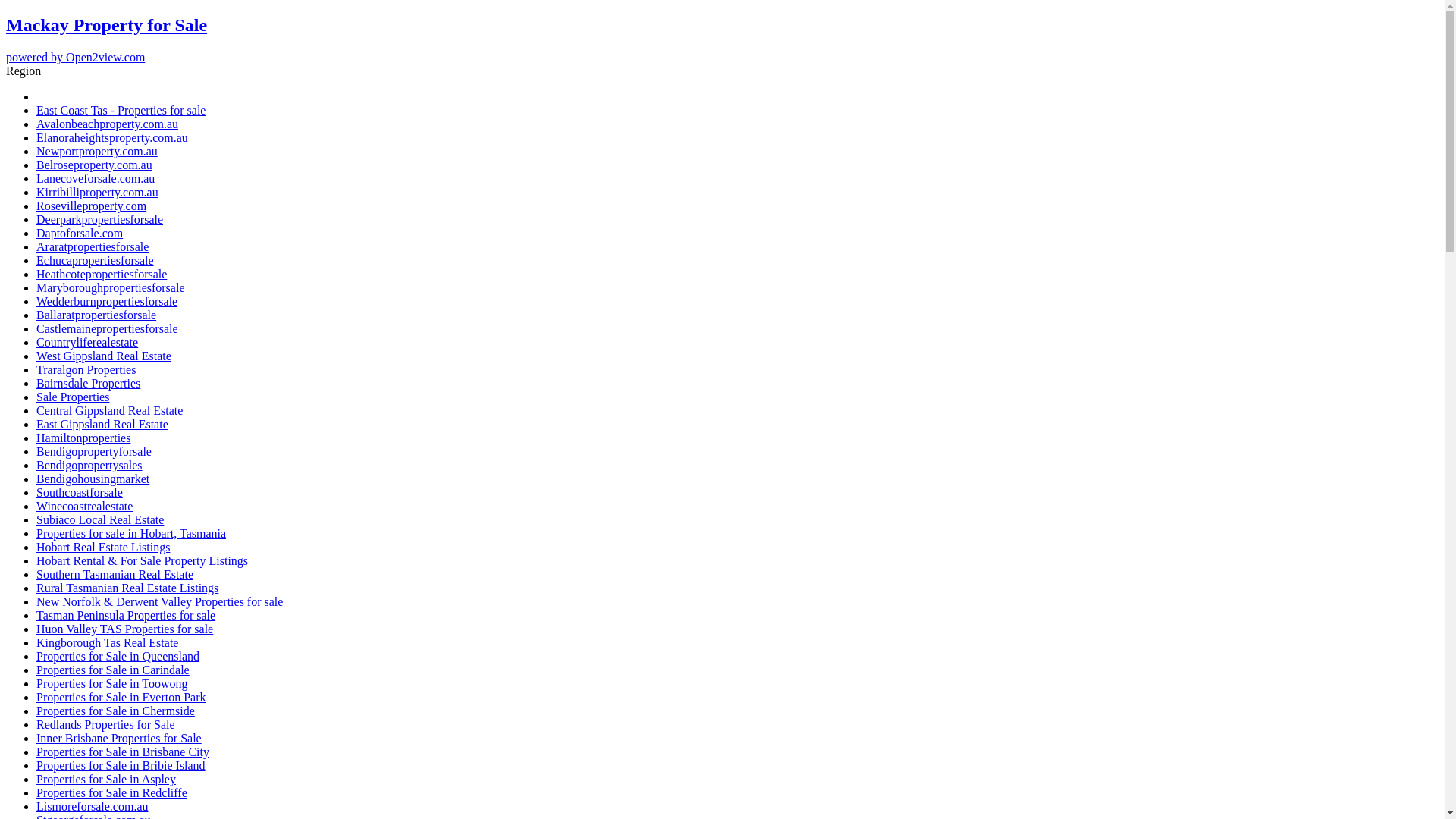 The height and width of the screenshot is (819, 1456). Describe the element at coordinates (36, 737) in the screenshot. I see `'Inner Brisbane Properties for Sale'` at that location.